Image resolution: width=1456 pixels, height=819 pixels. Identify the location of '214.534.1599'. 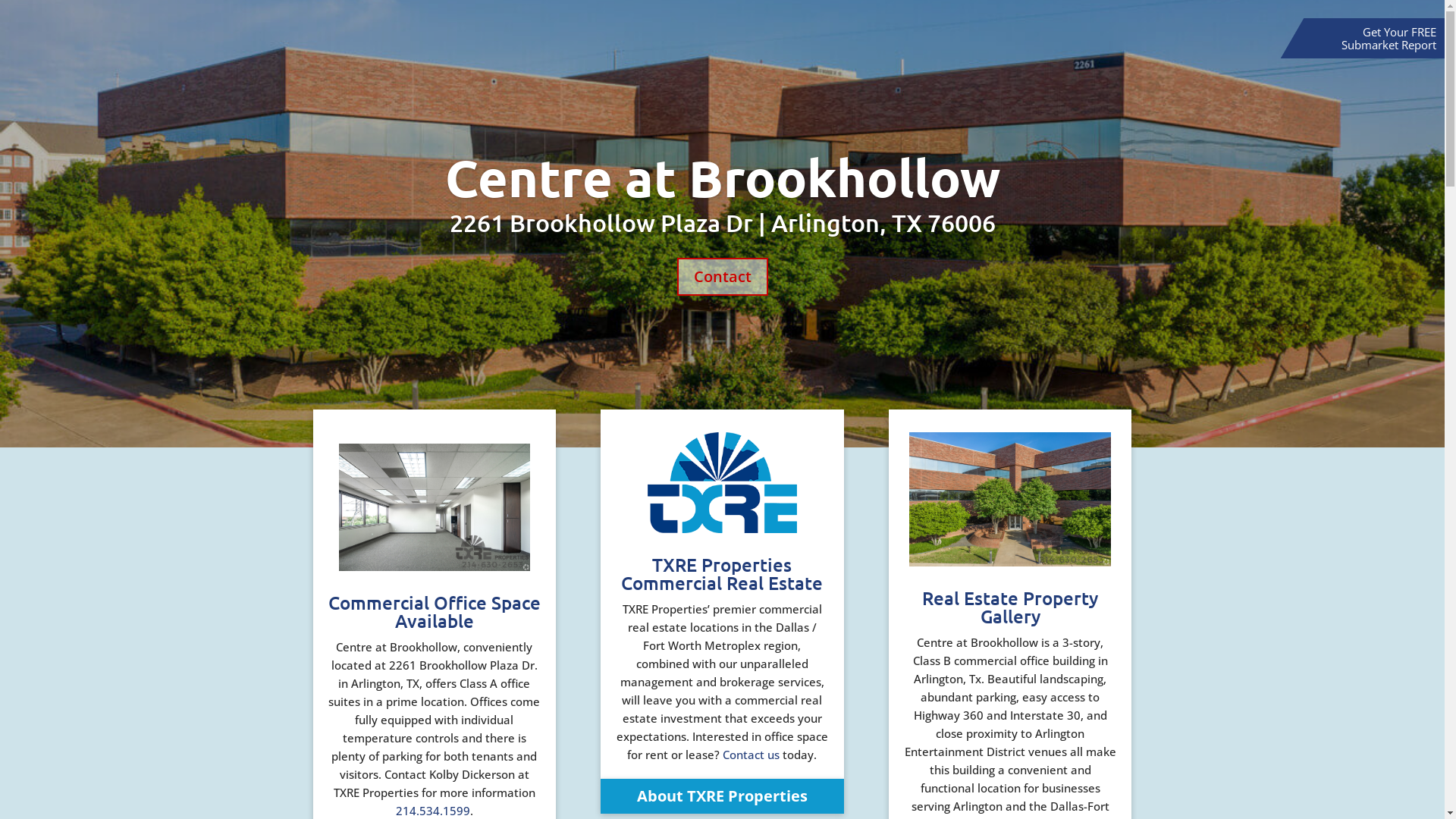
(396, 809).